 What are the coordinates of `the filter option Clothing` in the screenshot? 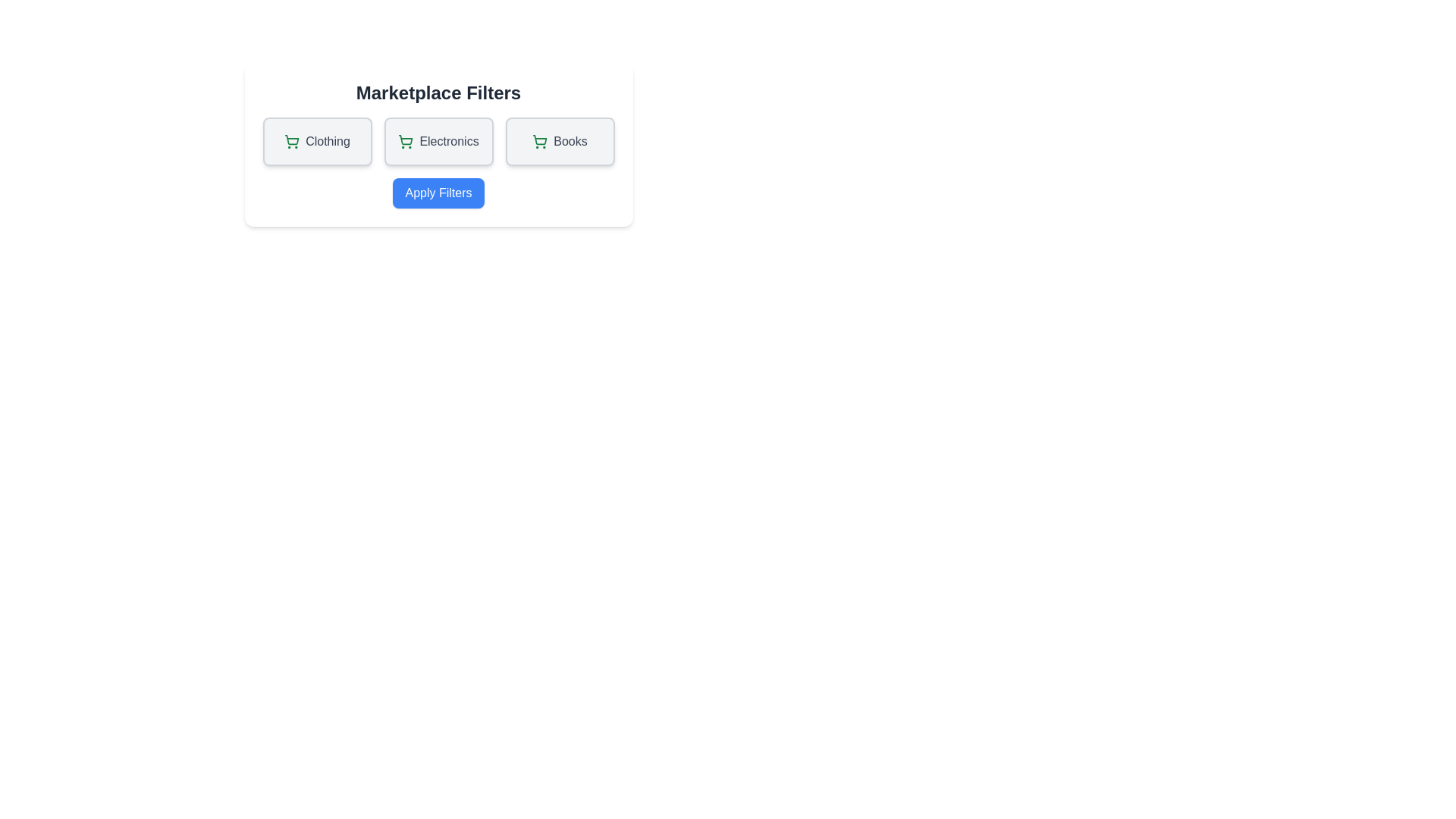 It's located at (316, 141).